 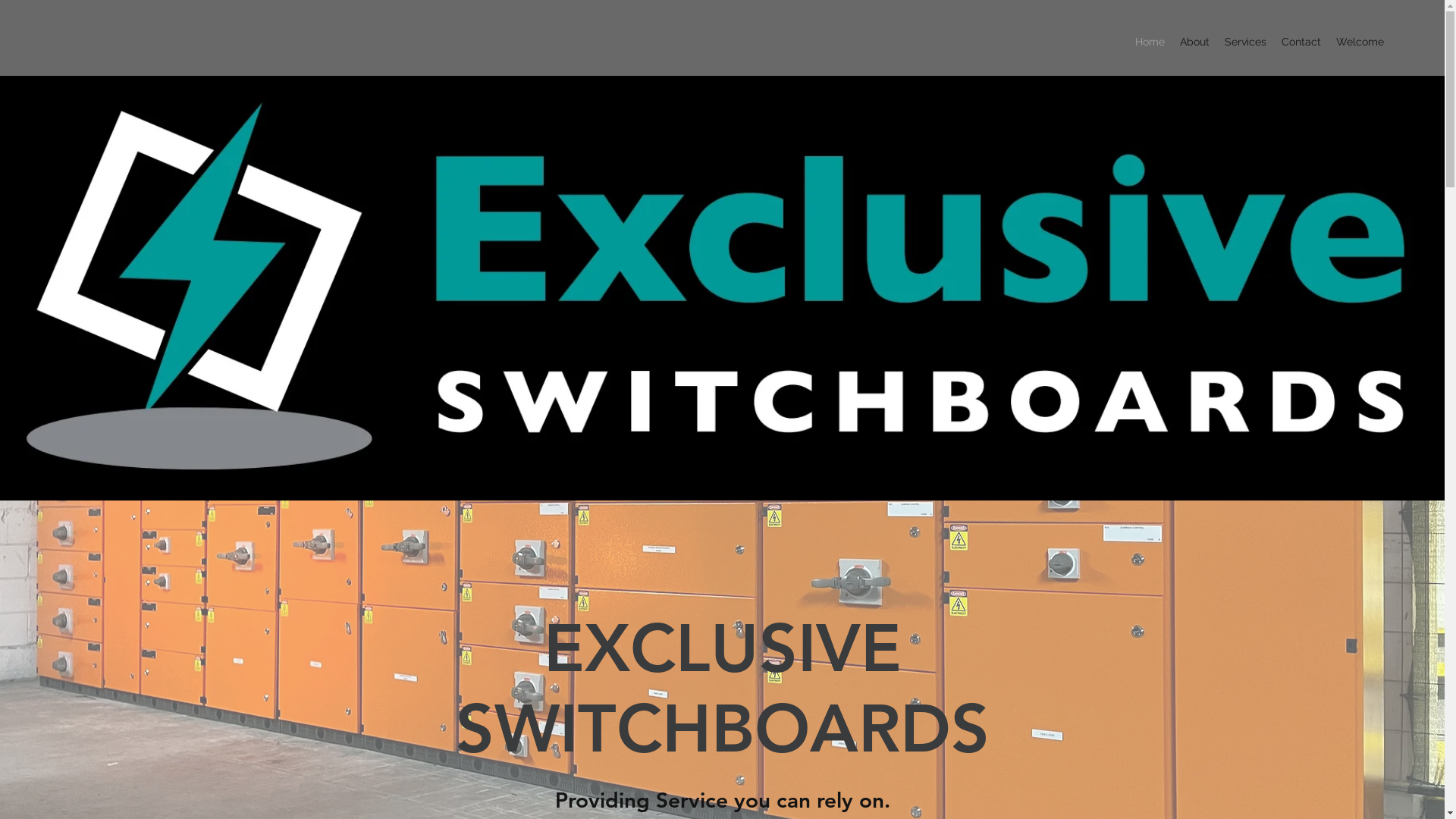 I want to click on 'Contact', so click(x=1301, y=40).